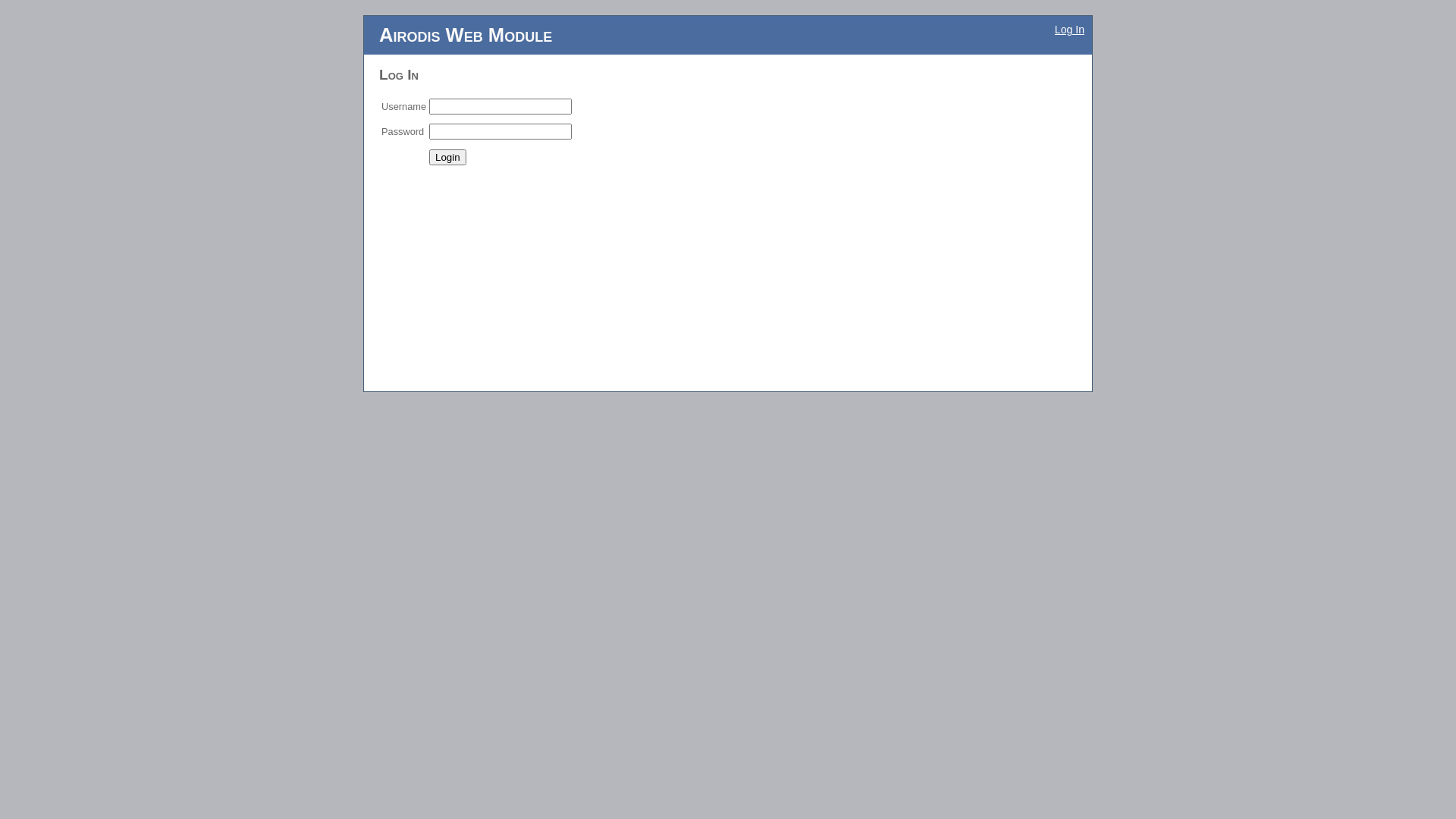 This screenshot has width=1456, height=819. I want to click on 'Login', so click(447, 157).